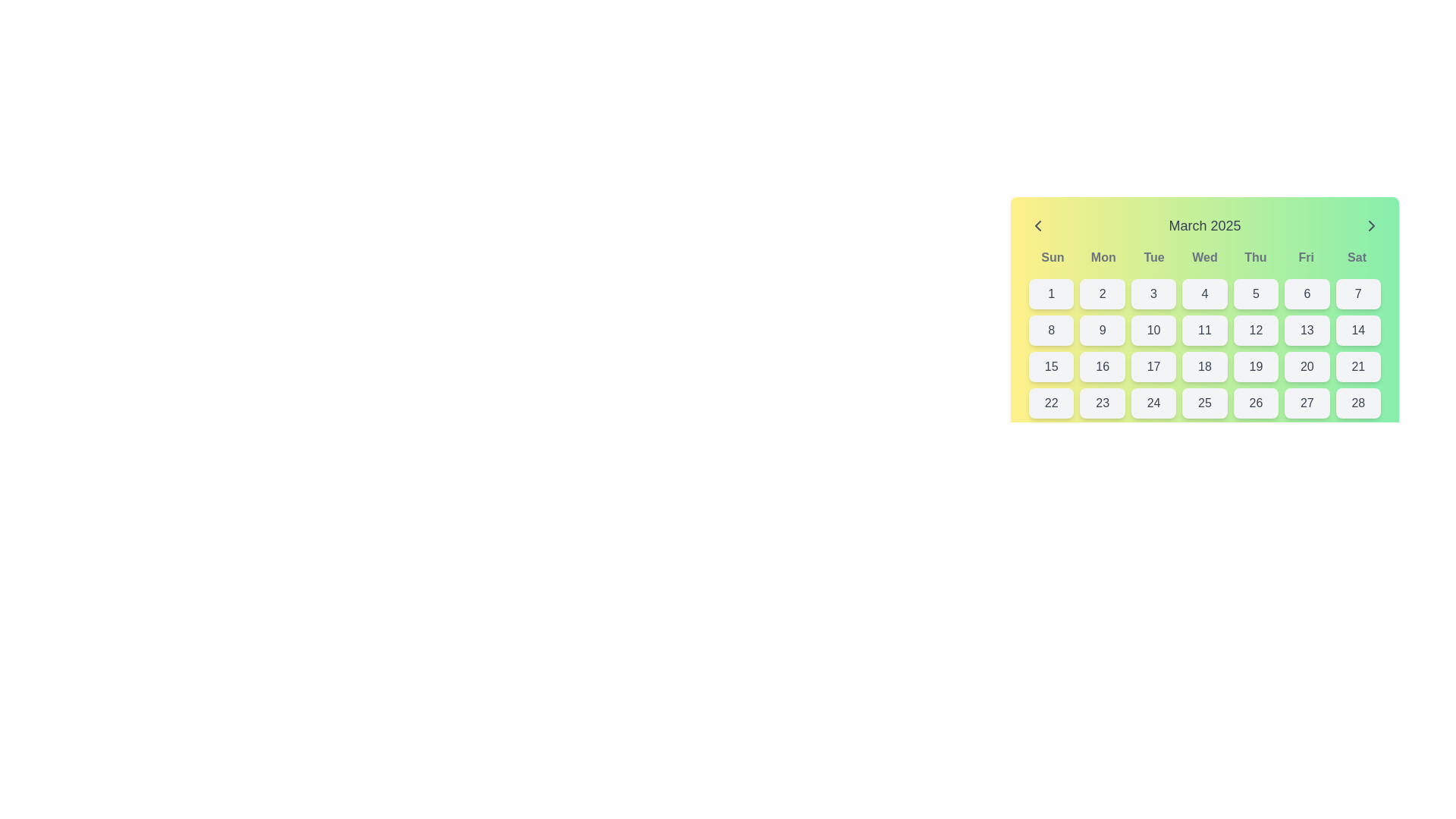 This screenshot has height=819, width=1456. Describe the element at coordinates (1153, 256) in the screenshot. I see `the static text label representing Tuesday in the calendar view, which is the third item in the row of seven days` at that location.